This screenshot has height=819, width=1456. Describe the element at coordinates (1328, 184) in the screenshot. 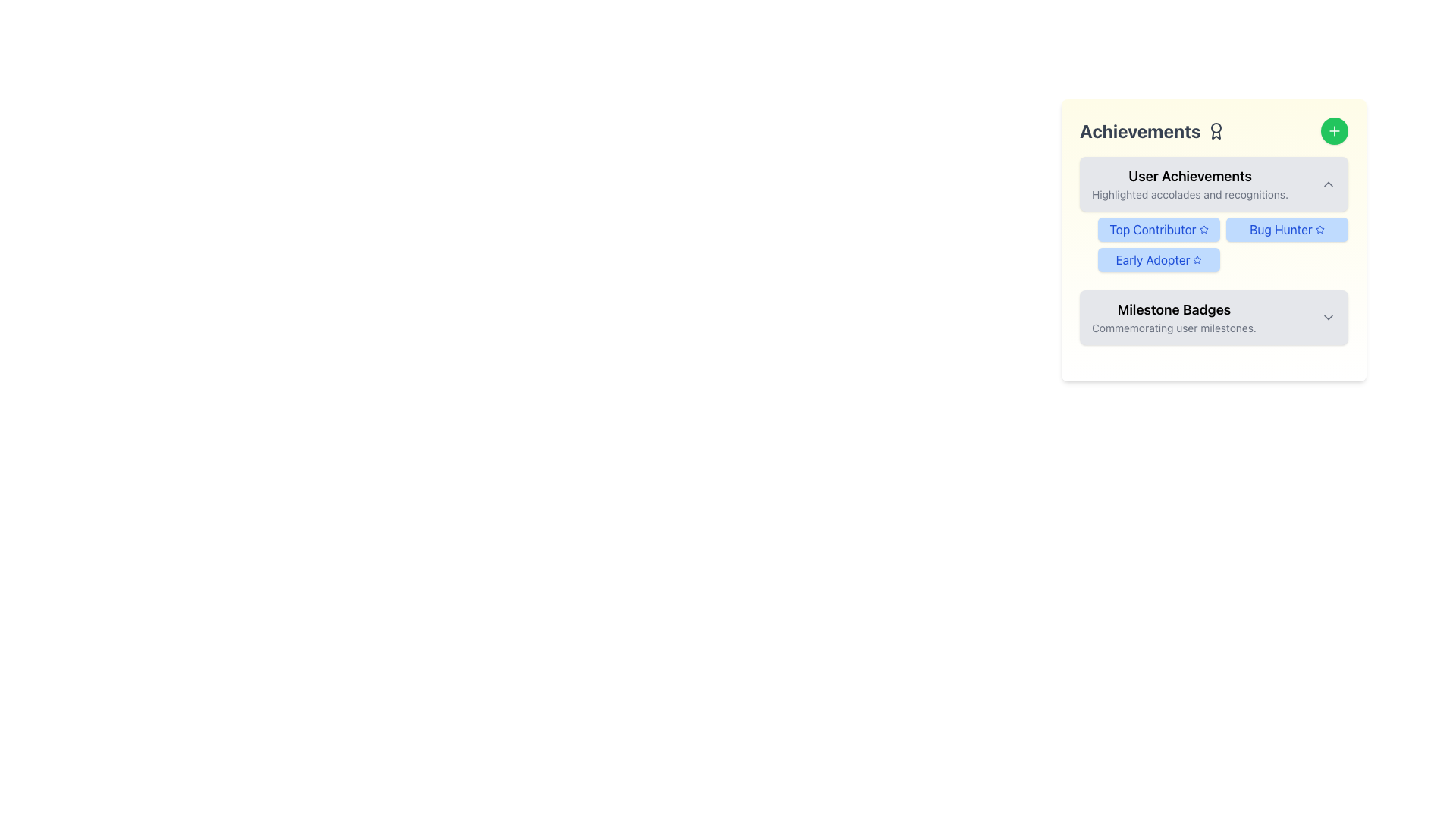

I see `the small upward-facing chevron icon located at the far right of the 'User Achievements' section for visual feedback` at that location.